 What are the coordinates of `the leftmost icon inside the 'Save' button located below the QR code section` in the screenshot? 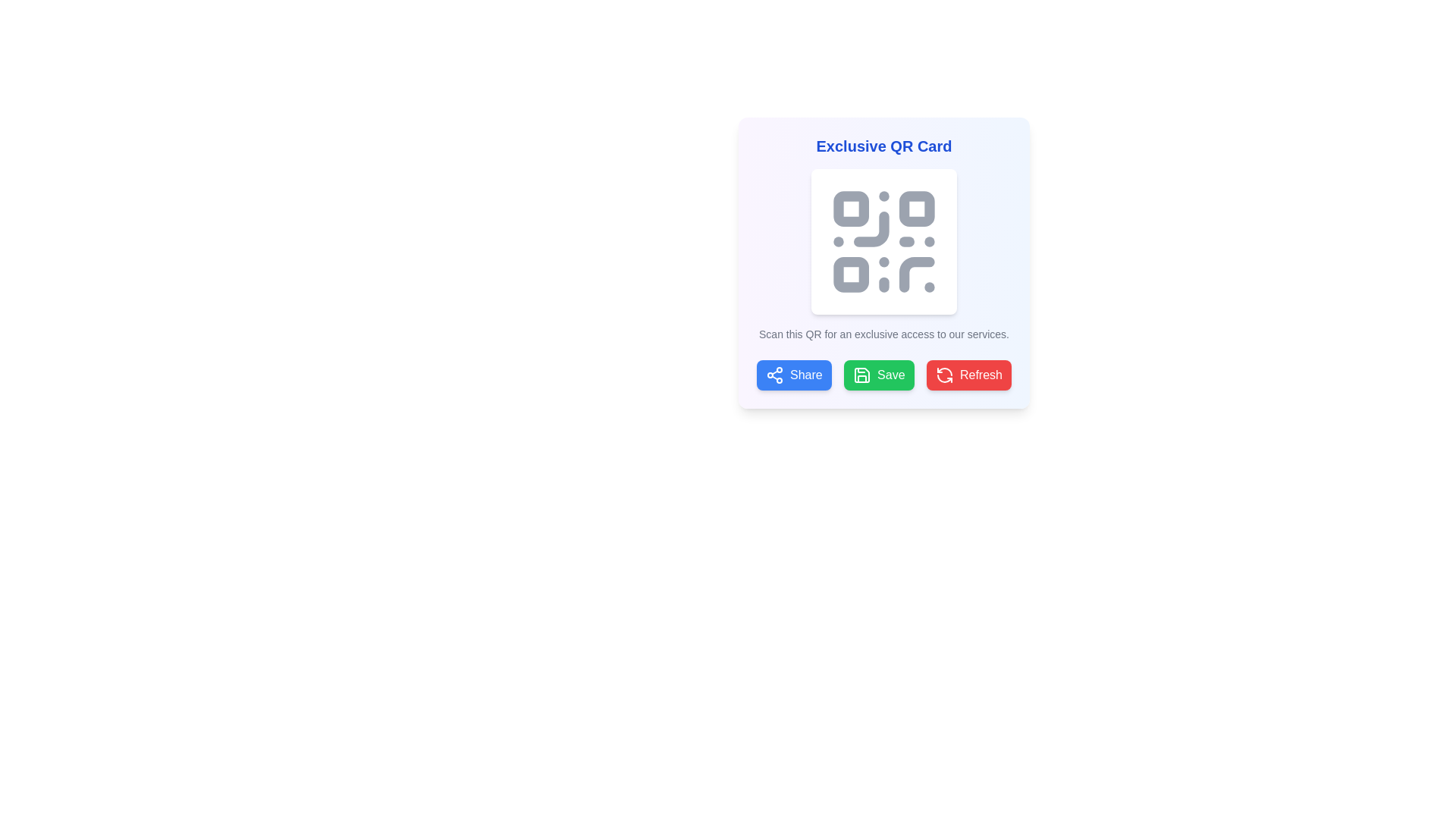 It's located at (862, 375).